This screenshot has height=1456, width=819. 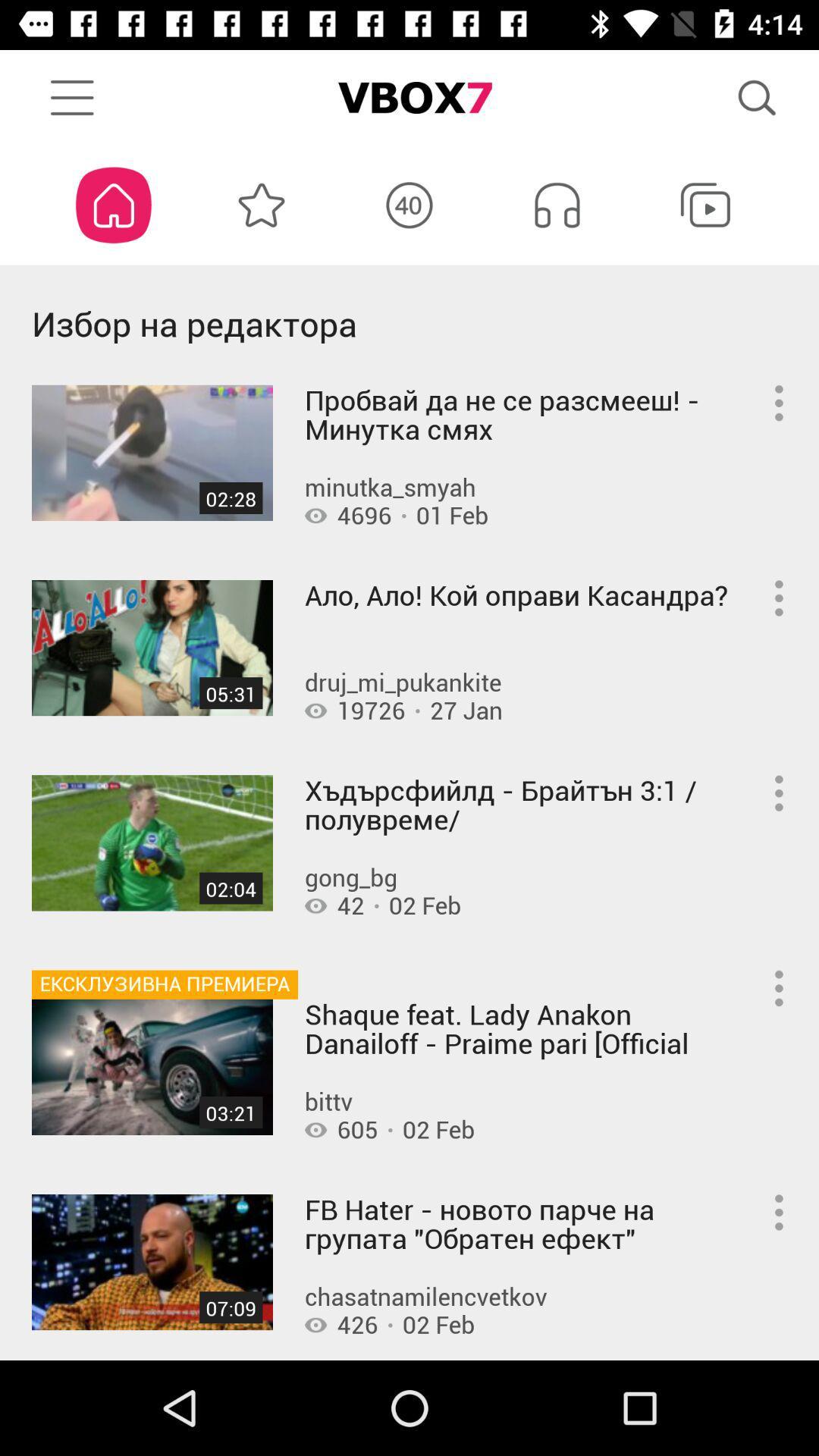 I want to click on the fourth menu button, so click(x=778, y=988).